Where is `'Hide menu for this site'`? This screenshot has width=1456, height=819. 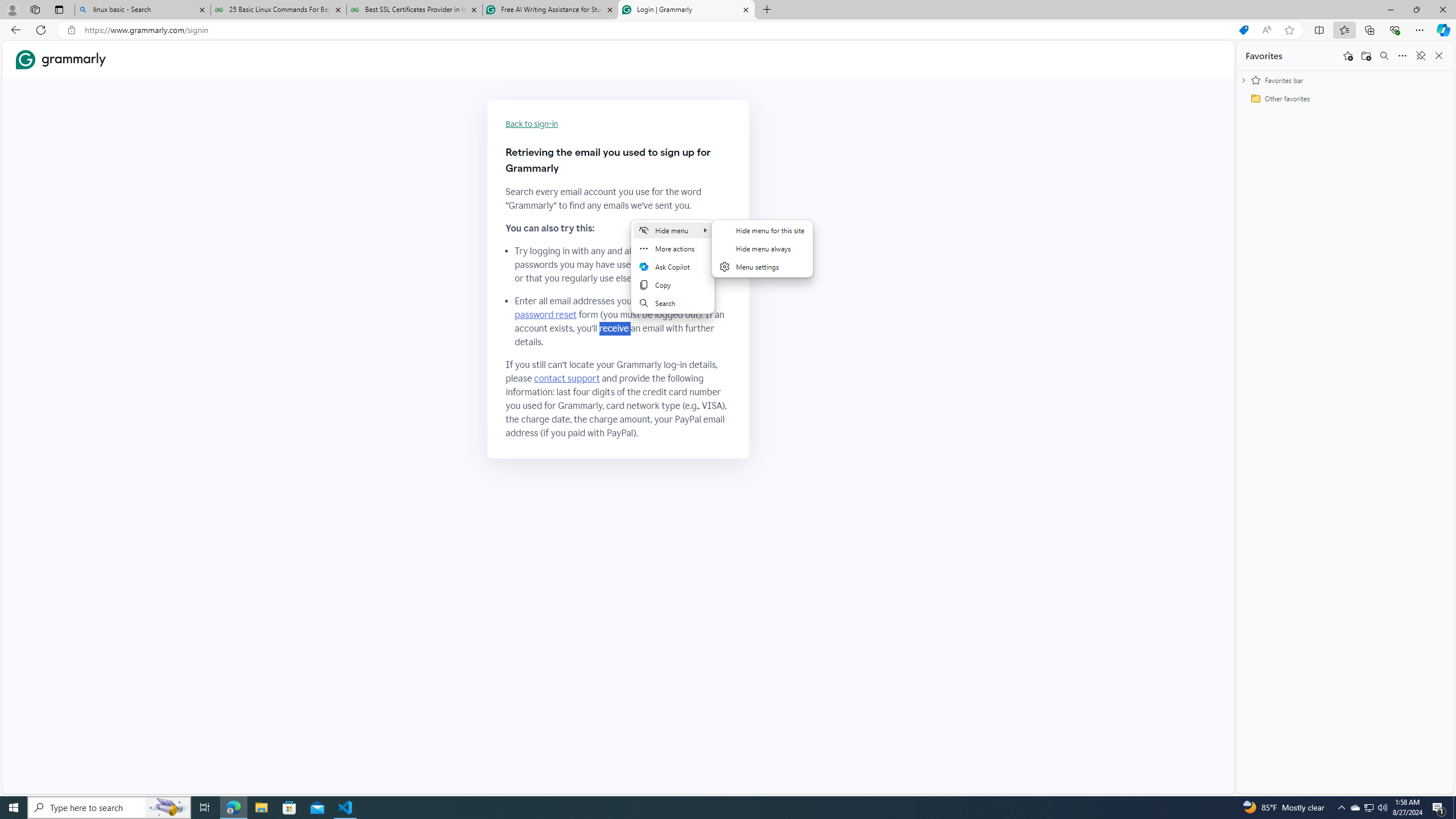 'Hide menu for this site' is located at coordinates (762, 229).